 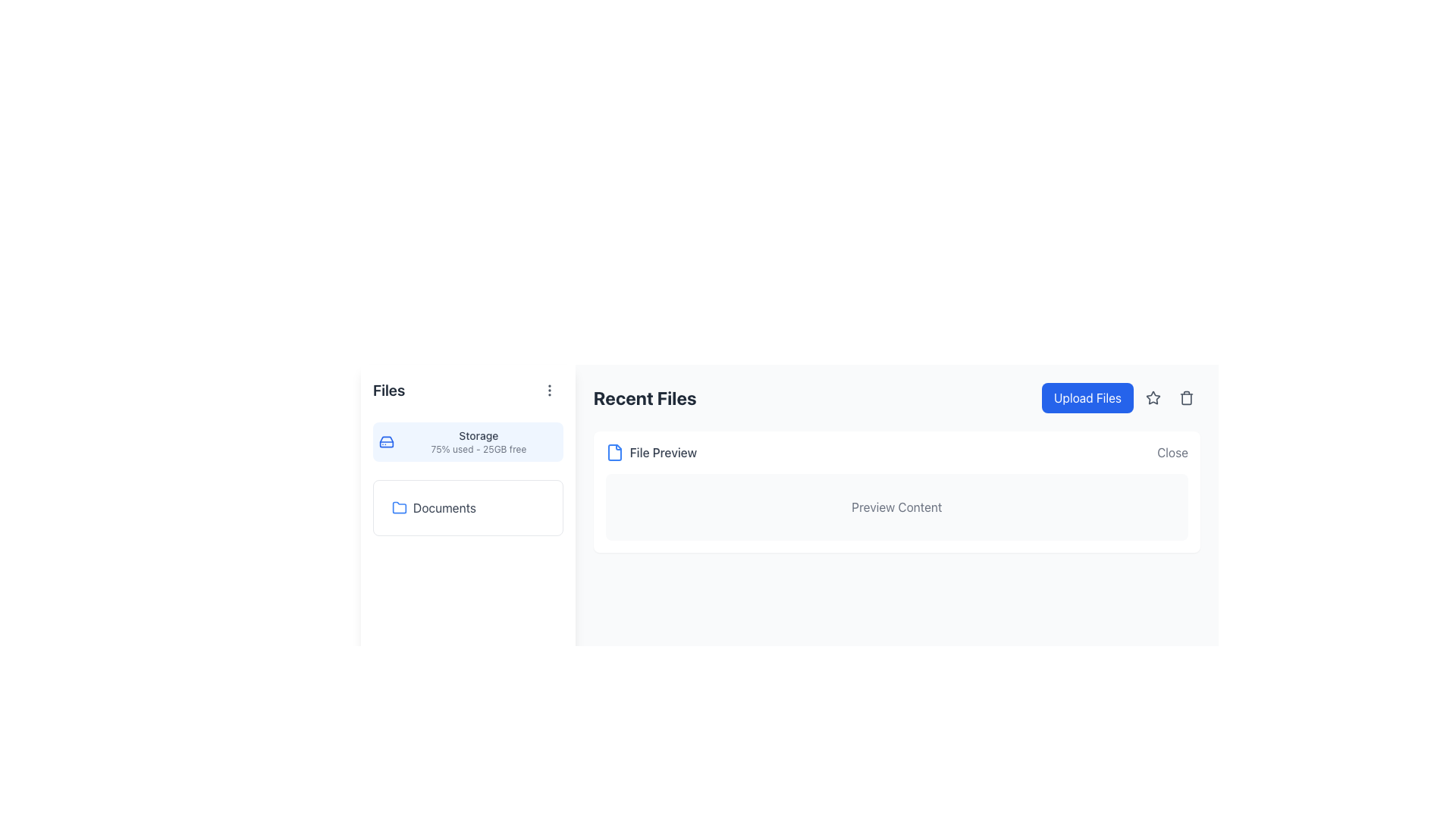 What do you see at coordinates (1185, 397) in the screenshot?
I see `the delete icon button located on the far right of the header section in the 'Recent Files' panel` at bounding box center [1185, 397].